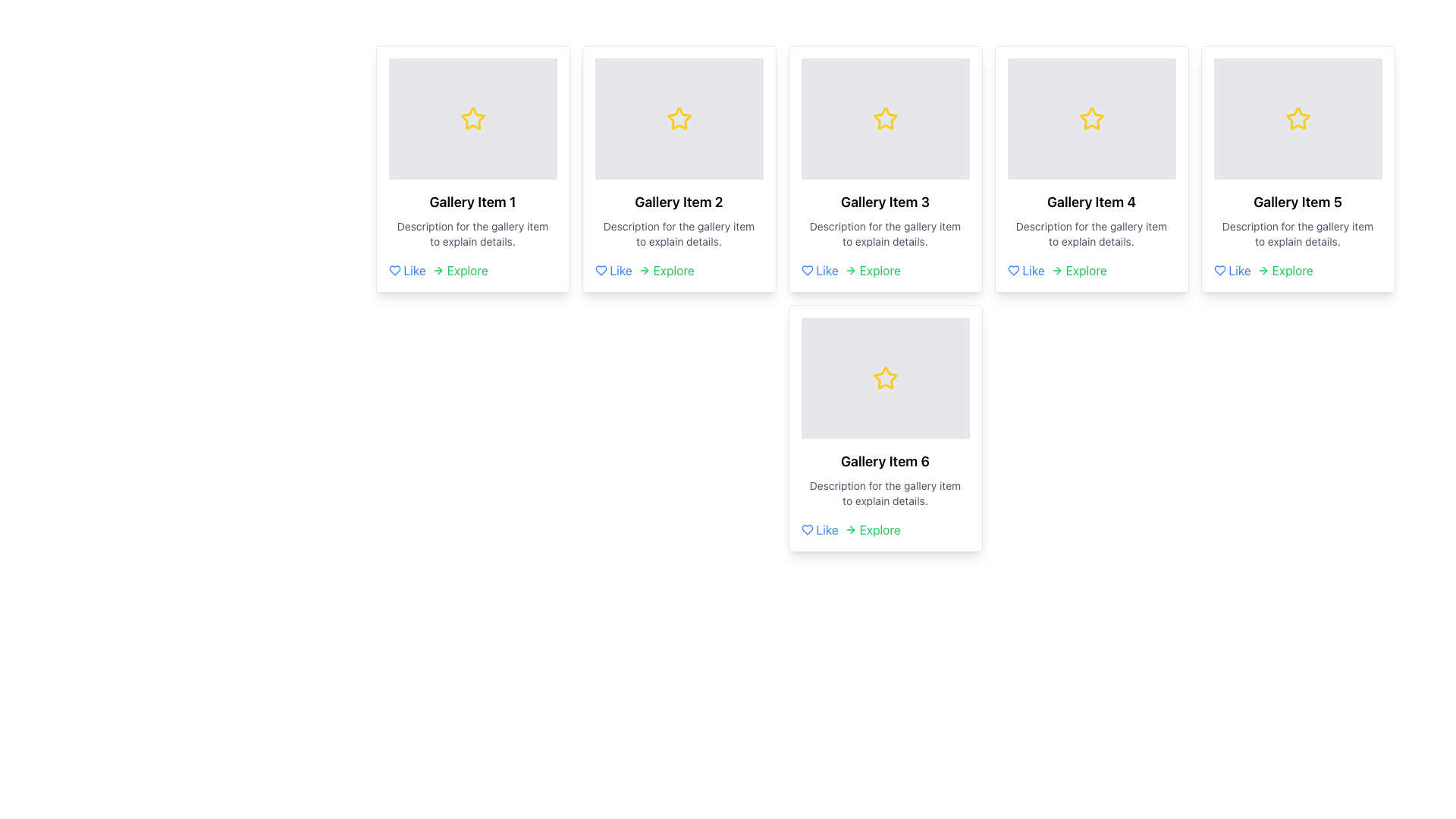  I want to click on the Text group located towards the center bottom of the second card in the first row, directly below the yellow-star icon, so click(678, 220).